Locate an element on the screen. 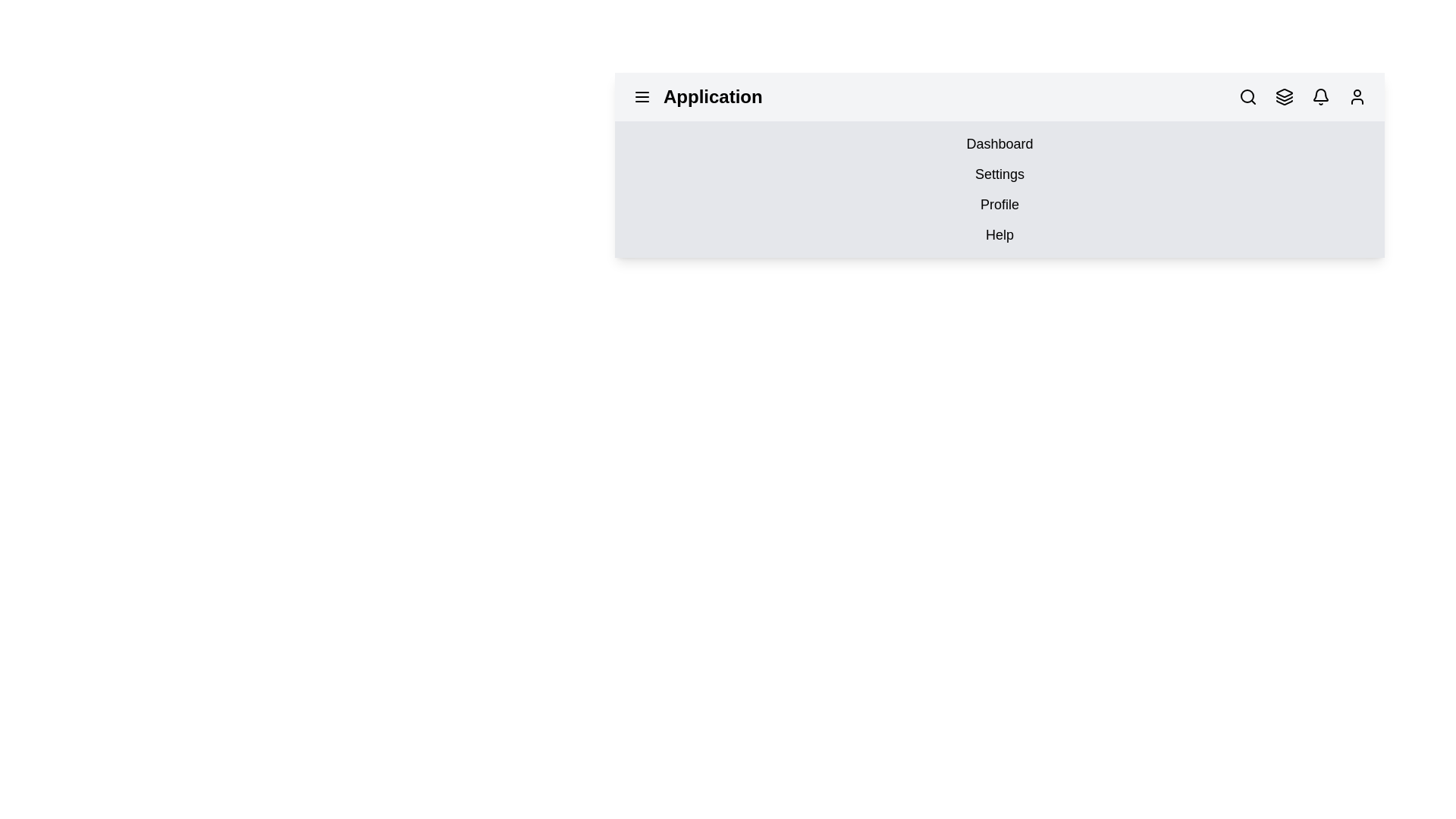 The width and height of the screenshot is (1456, 819). the menu option labeled Dashboard is located at coordinates (999, 143).